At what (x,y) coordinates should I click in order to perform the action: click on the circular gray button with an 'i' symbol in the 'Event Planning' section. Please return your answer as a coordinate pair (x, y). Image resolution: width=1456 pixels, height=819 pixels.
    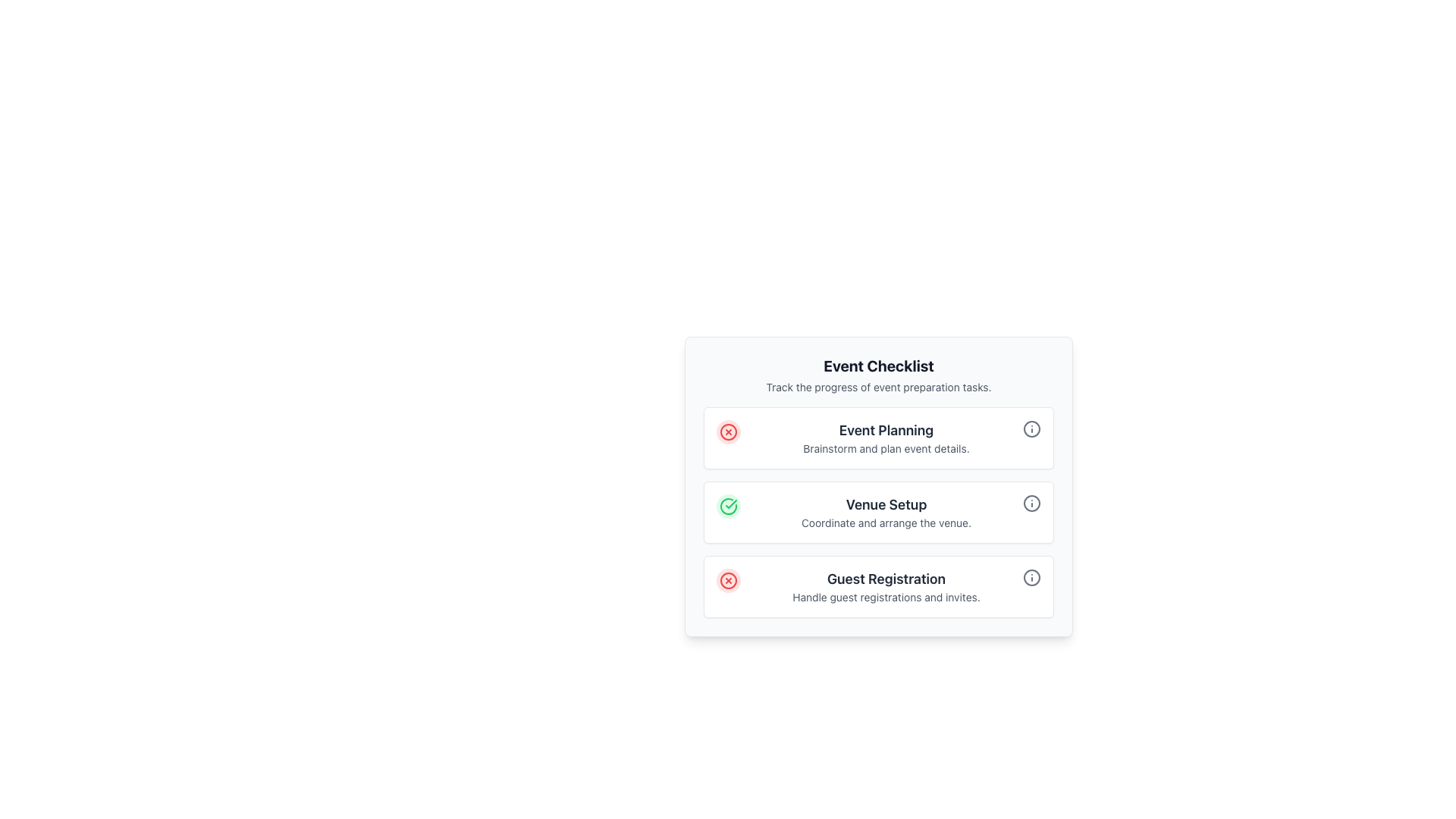
    Looking at the image, I should click on (1031, 429).